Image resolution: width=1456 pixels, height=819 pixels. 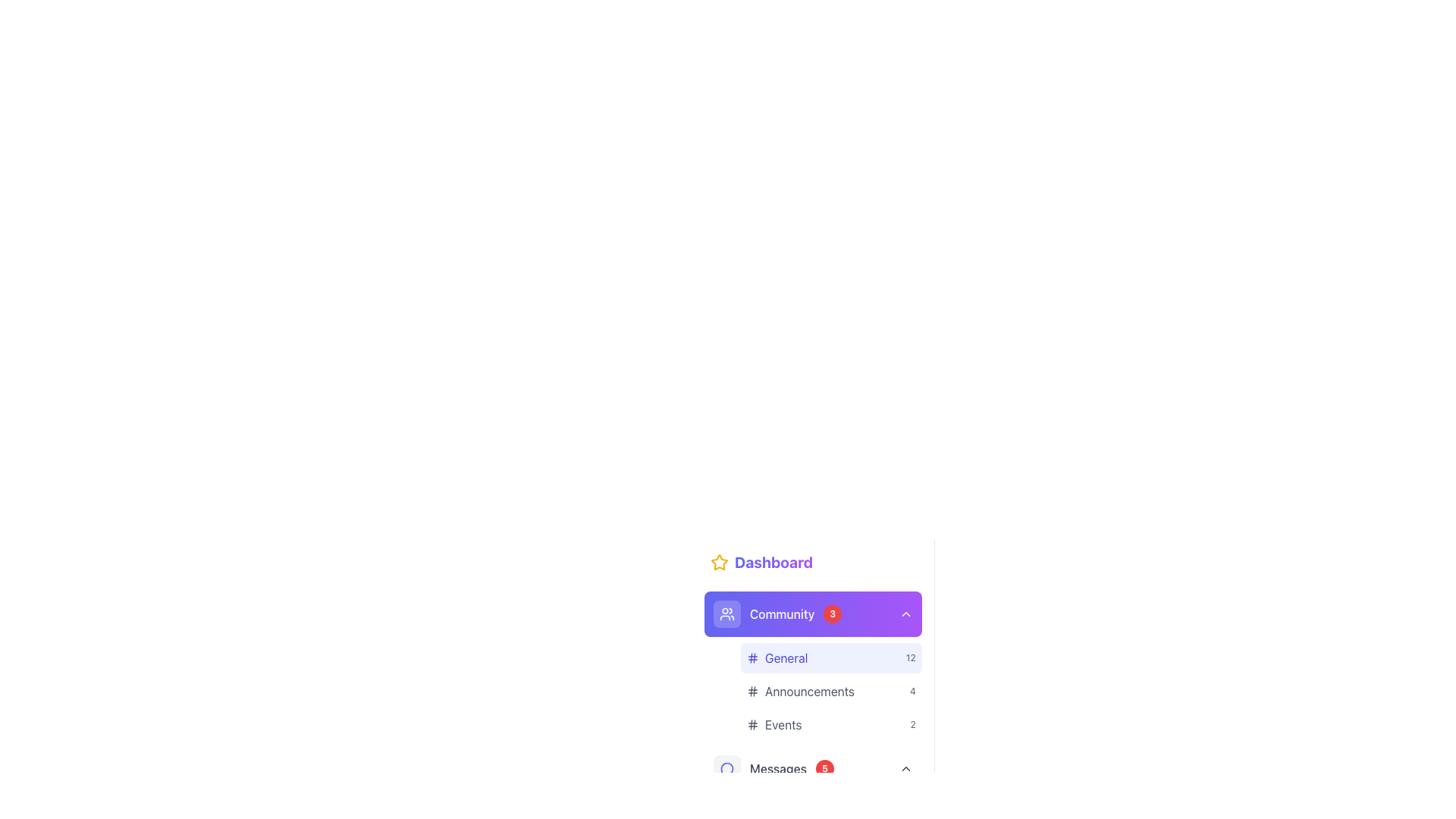 I want to click on the 'Announcements' label in the Community sidebar section, so click(x=809, y=691).